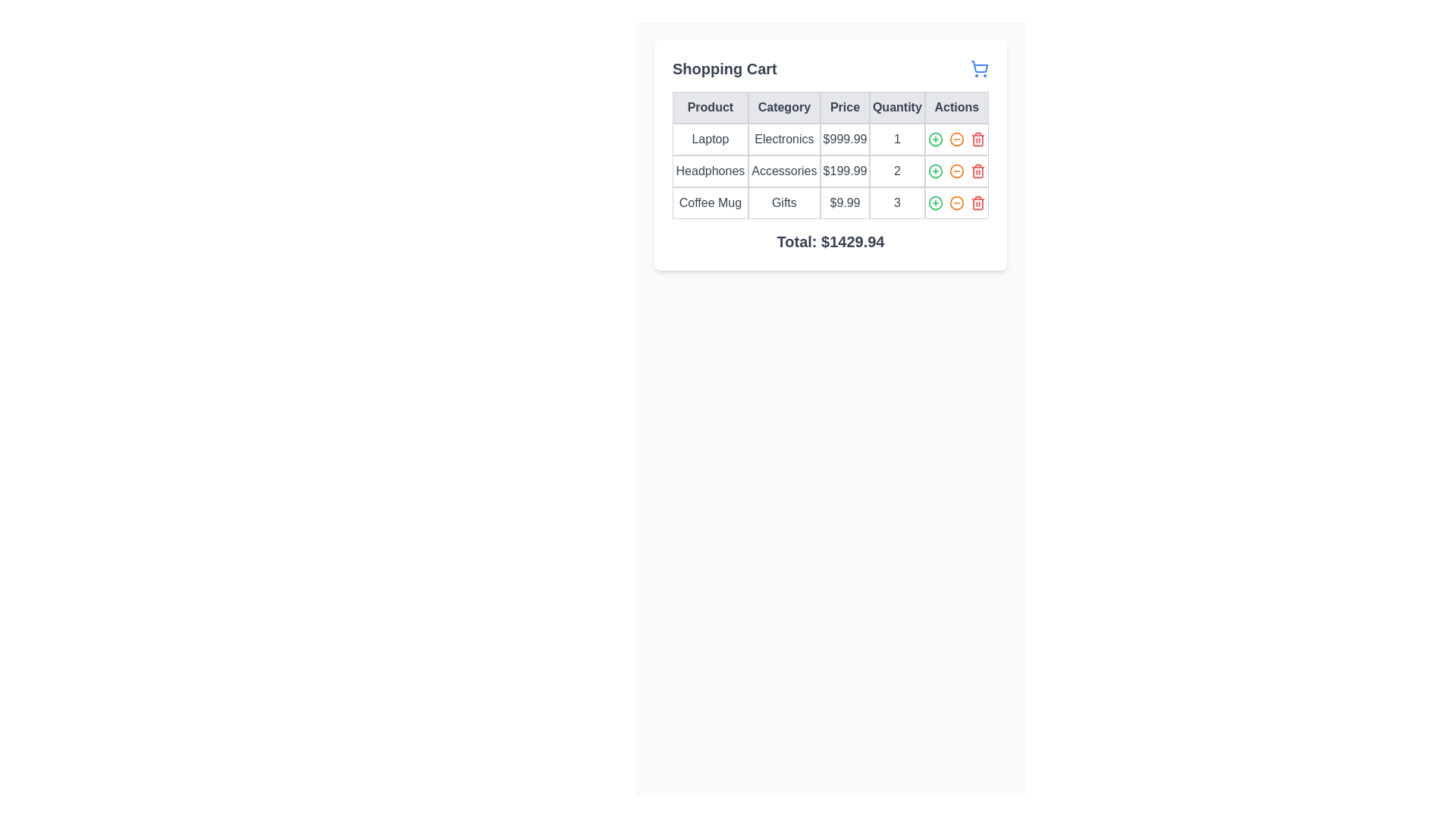 This screenshot has width=1456, height=819. What do you see at coordinates (955, 107) in the screenshot?
I see `the Table header cell for the 'Actions' column, which is the fifth column in the header row of the table` at bounding box center [955, 107].